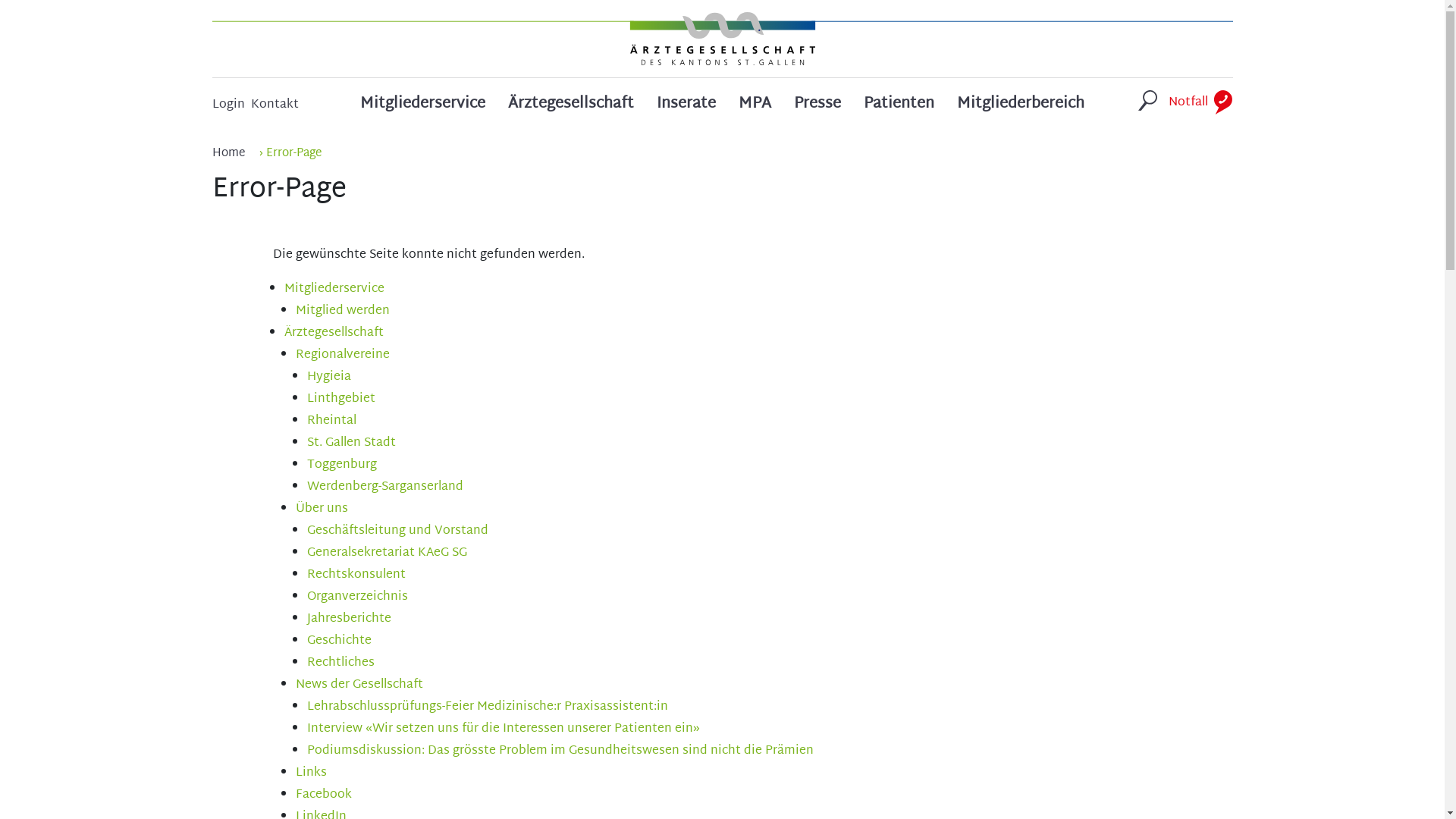 The width and height of the screenshot is (1456, 819). Describe the element at coordinates (227, 110) in the screenshot. I see `'Login'` at that location.